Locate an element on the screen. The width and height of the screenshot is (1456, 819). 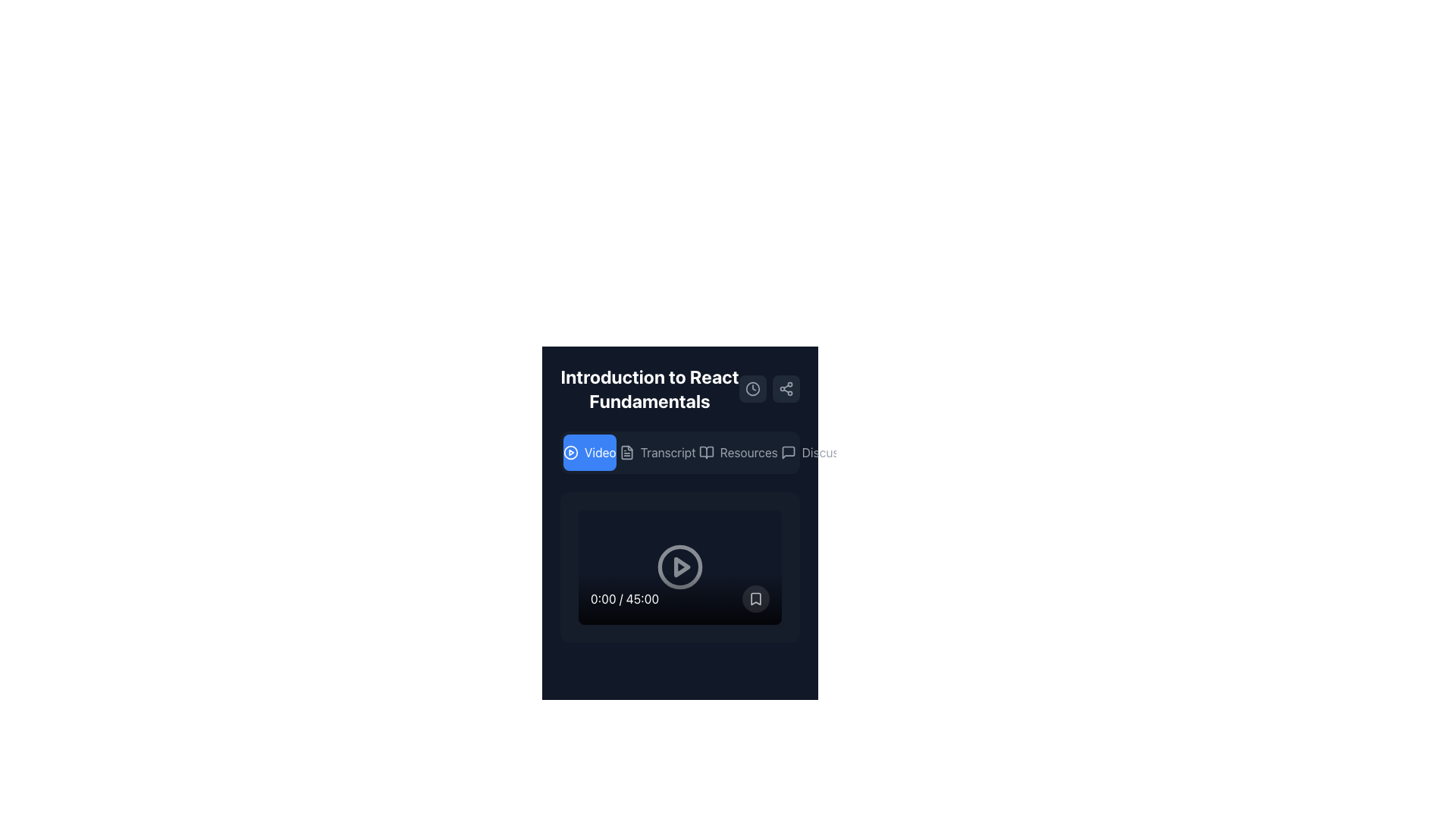
the sharing button located in the top-right section of the 'Introduction to React Fundamentals' panel is located at coordinates (786, 388).